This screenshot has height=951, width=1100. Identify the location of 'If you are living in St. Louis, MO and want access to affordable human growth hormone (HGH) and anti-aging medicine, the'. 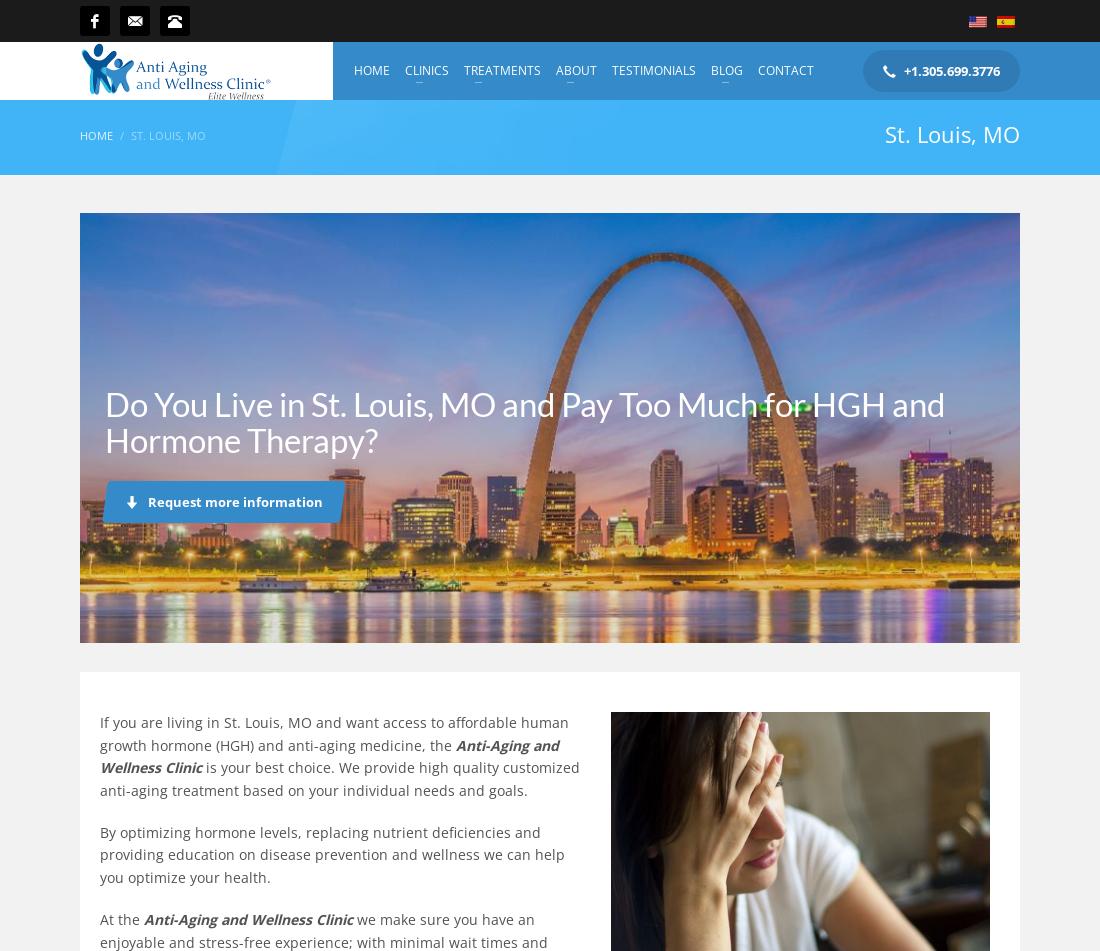
(333, 732).